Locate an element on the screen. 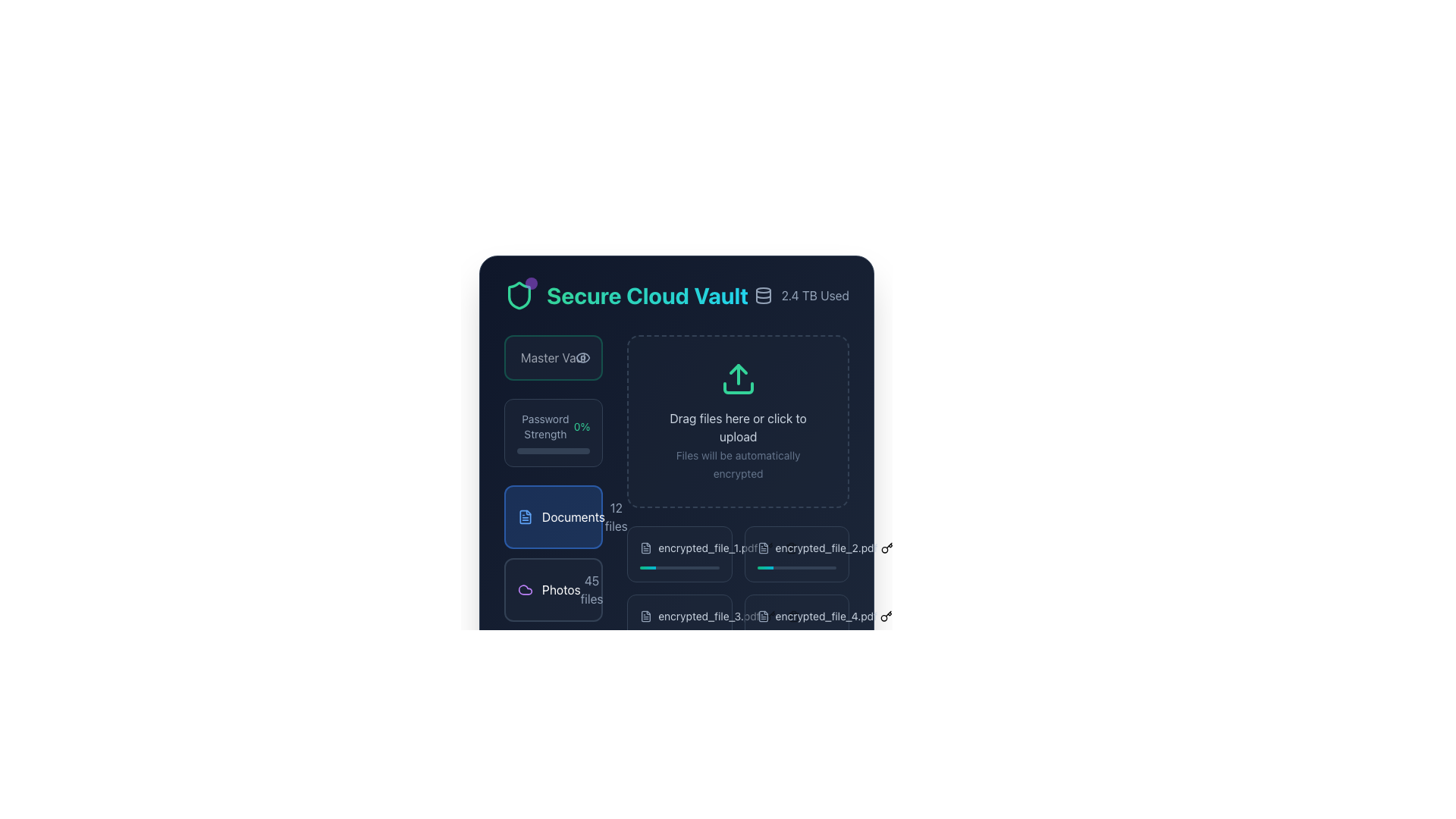 This screenshot has height=819, width=1456. the text label displaying 'encrypted_file_3.pdf', which is styled in a small gray font and positioned in the Documents section is located at coordinates (708, 617).